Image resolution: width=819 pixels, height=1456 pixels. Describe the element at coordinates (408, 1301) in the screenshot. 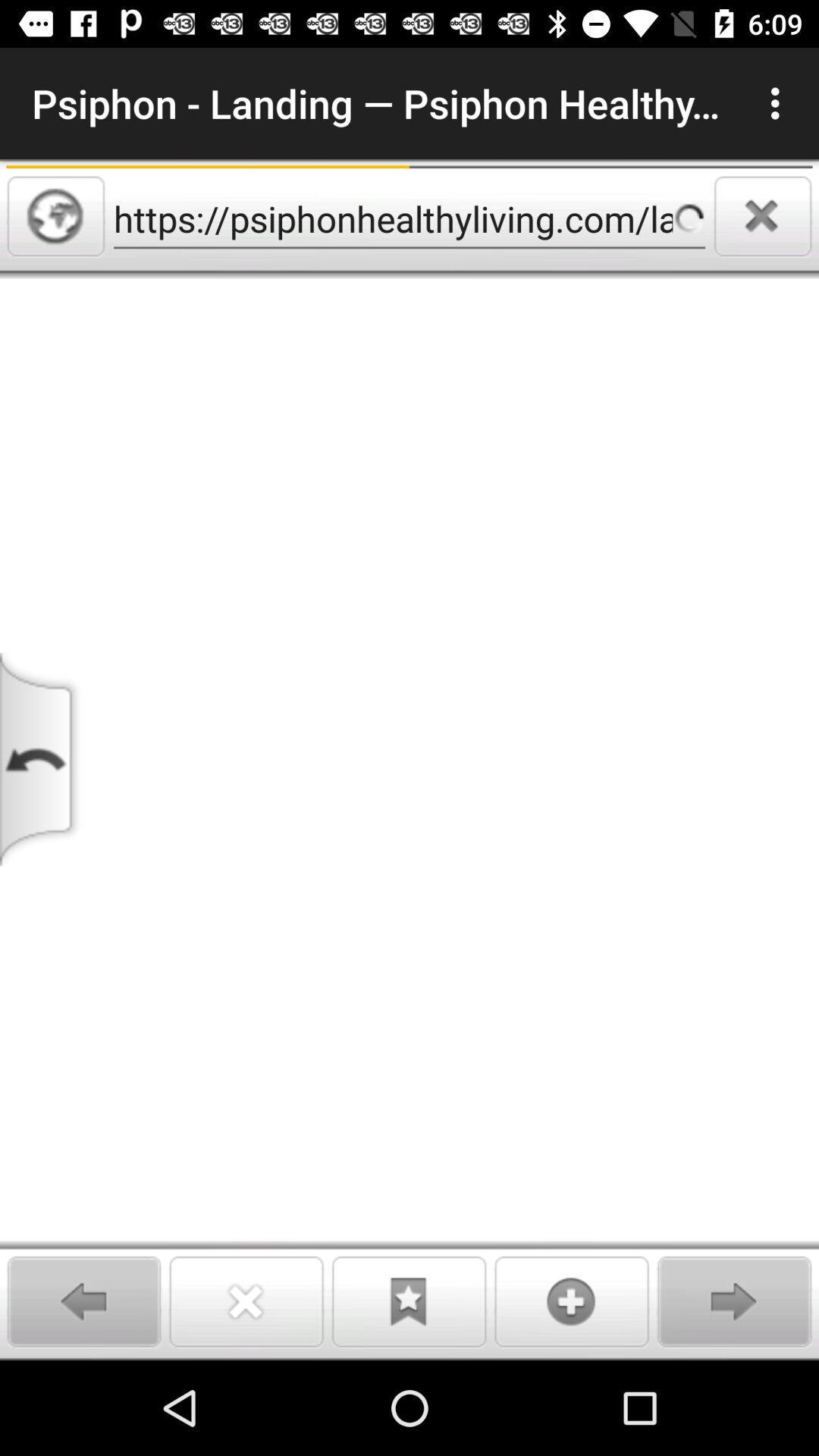

I see `to bookmarks` at that location.